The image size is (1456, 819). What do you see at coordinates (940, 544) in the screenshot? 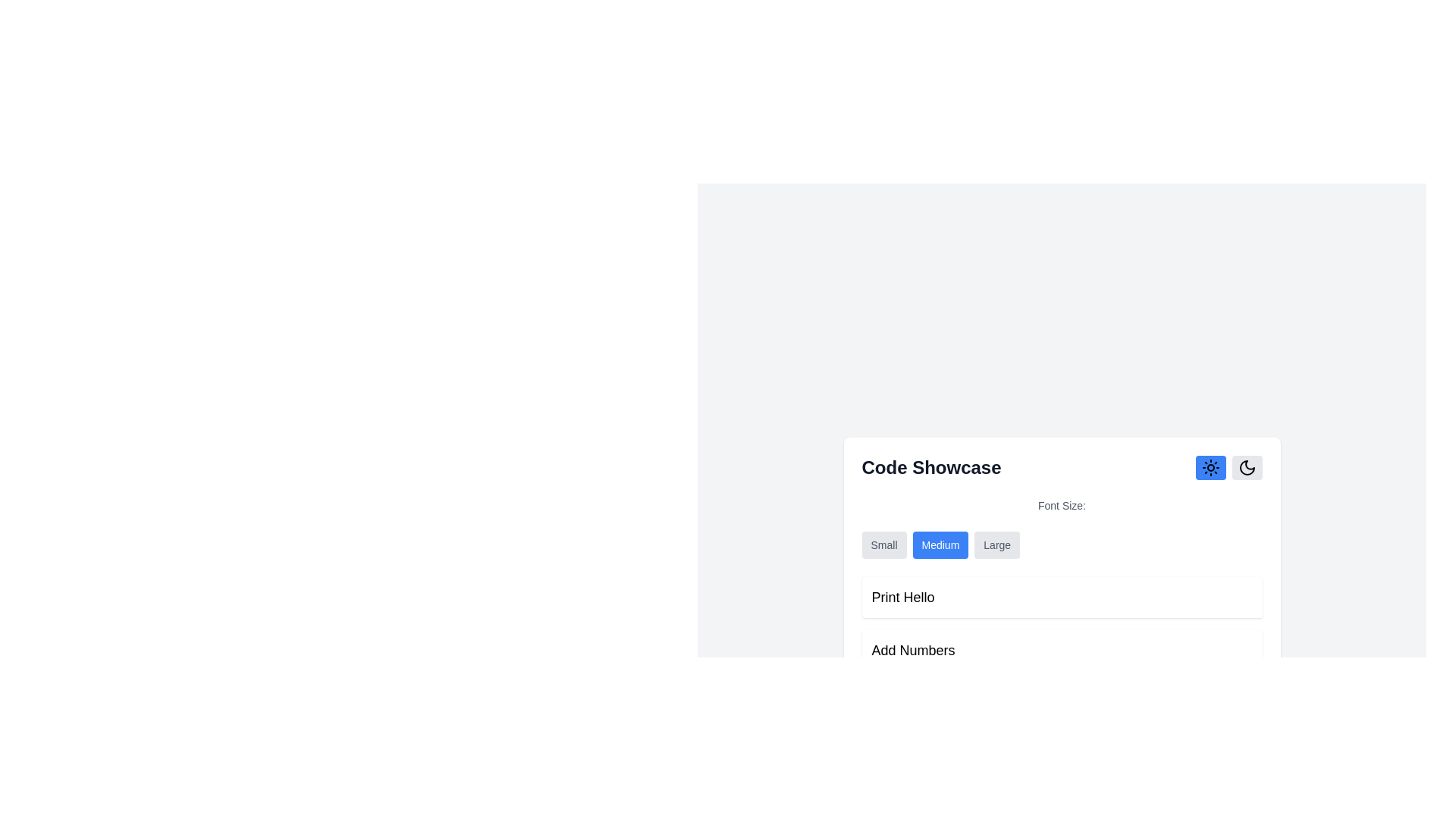
I see `the 'Medium' button in the font size selection group` at bounding box center [940, 544].